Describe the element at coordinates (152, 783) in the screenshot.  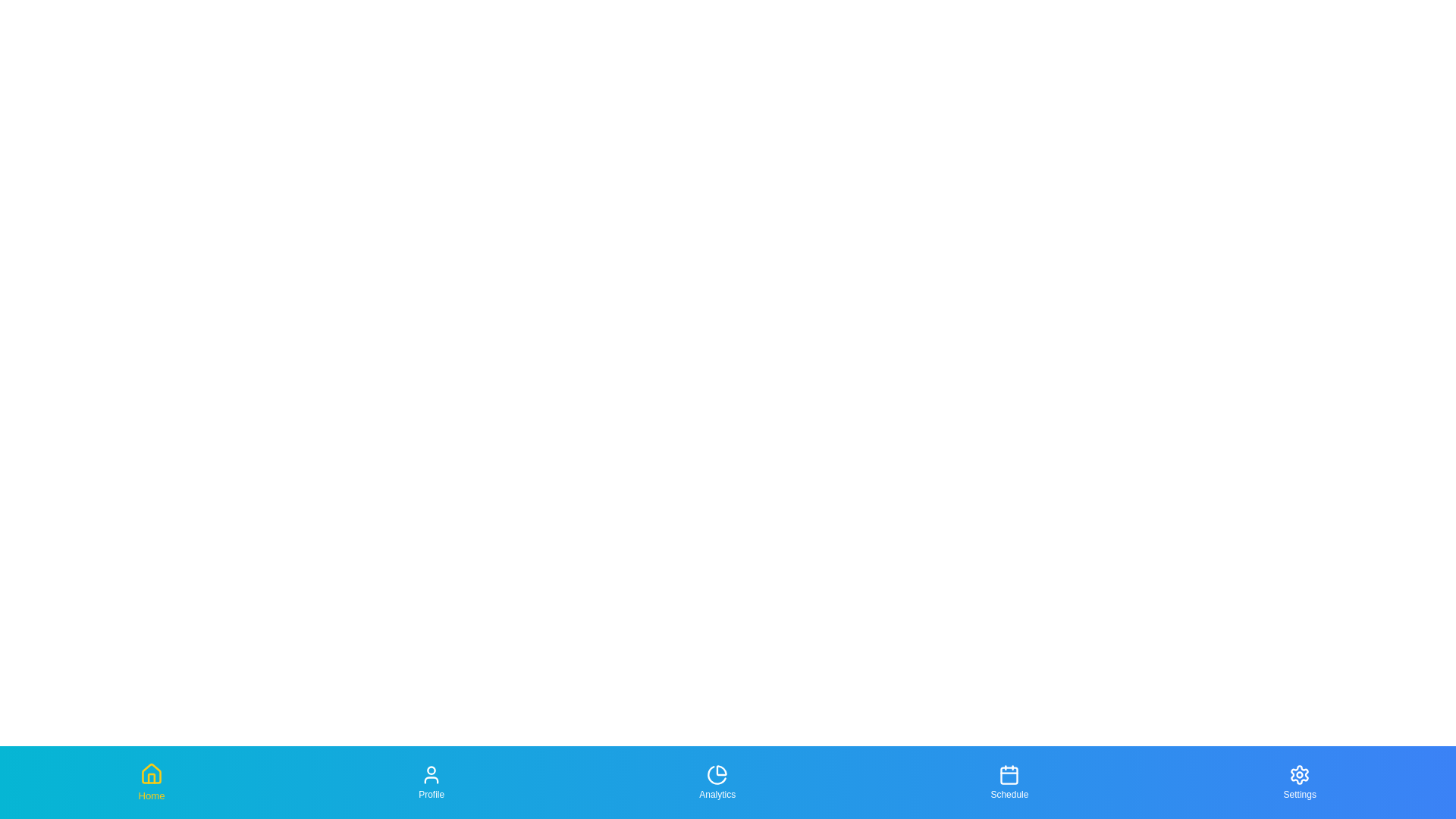
I see `the Home tab to highlight it` at that location.